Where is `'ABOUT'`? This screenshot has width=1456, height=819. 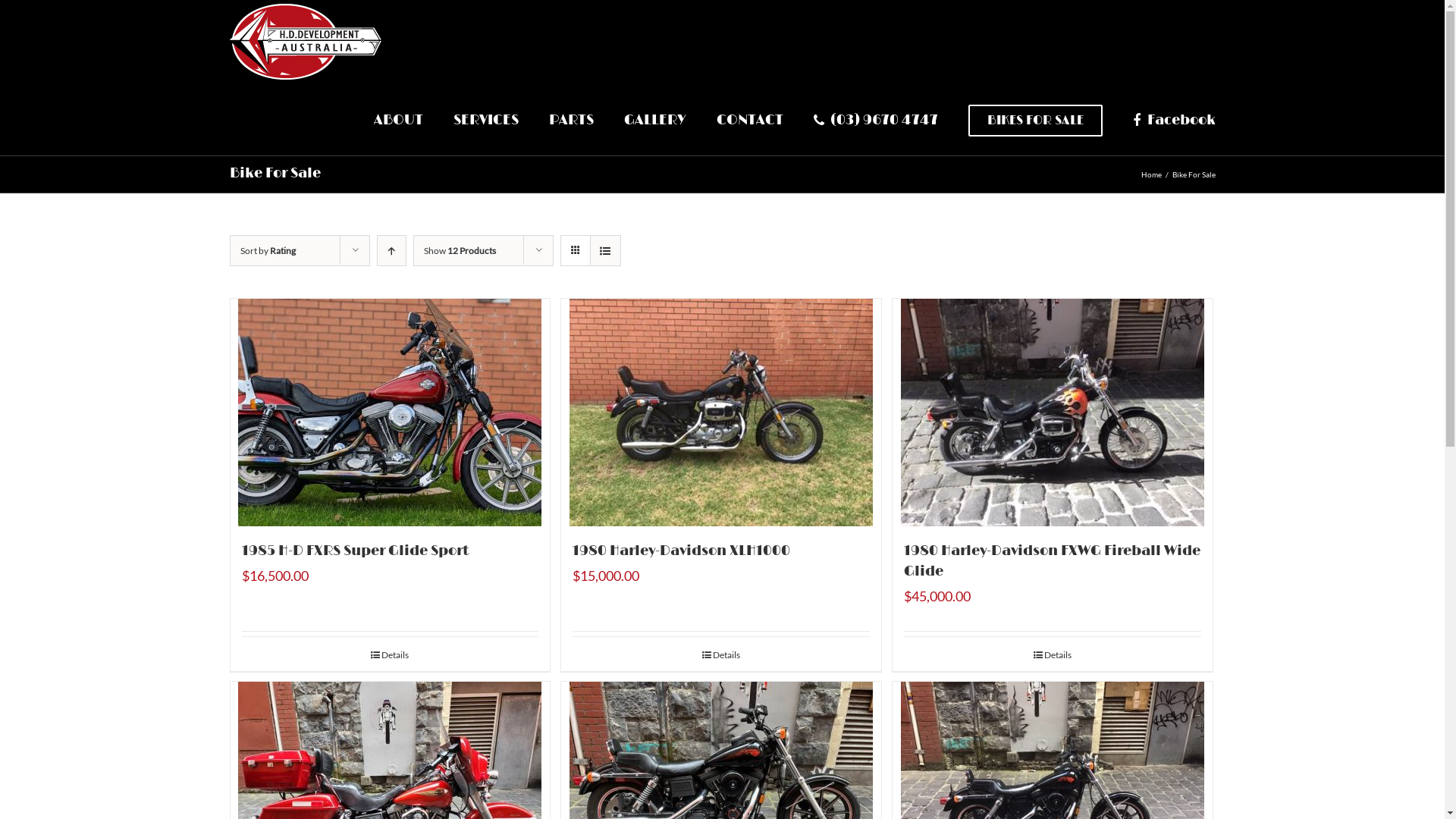
'ABOUT' is located at coordinates (374, 118).